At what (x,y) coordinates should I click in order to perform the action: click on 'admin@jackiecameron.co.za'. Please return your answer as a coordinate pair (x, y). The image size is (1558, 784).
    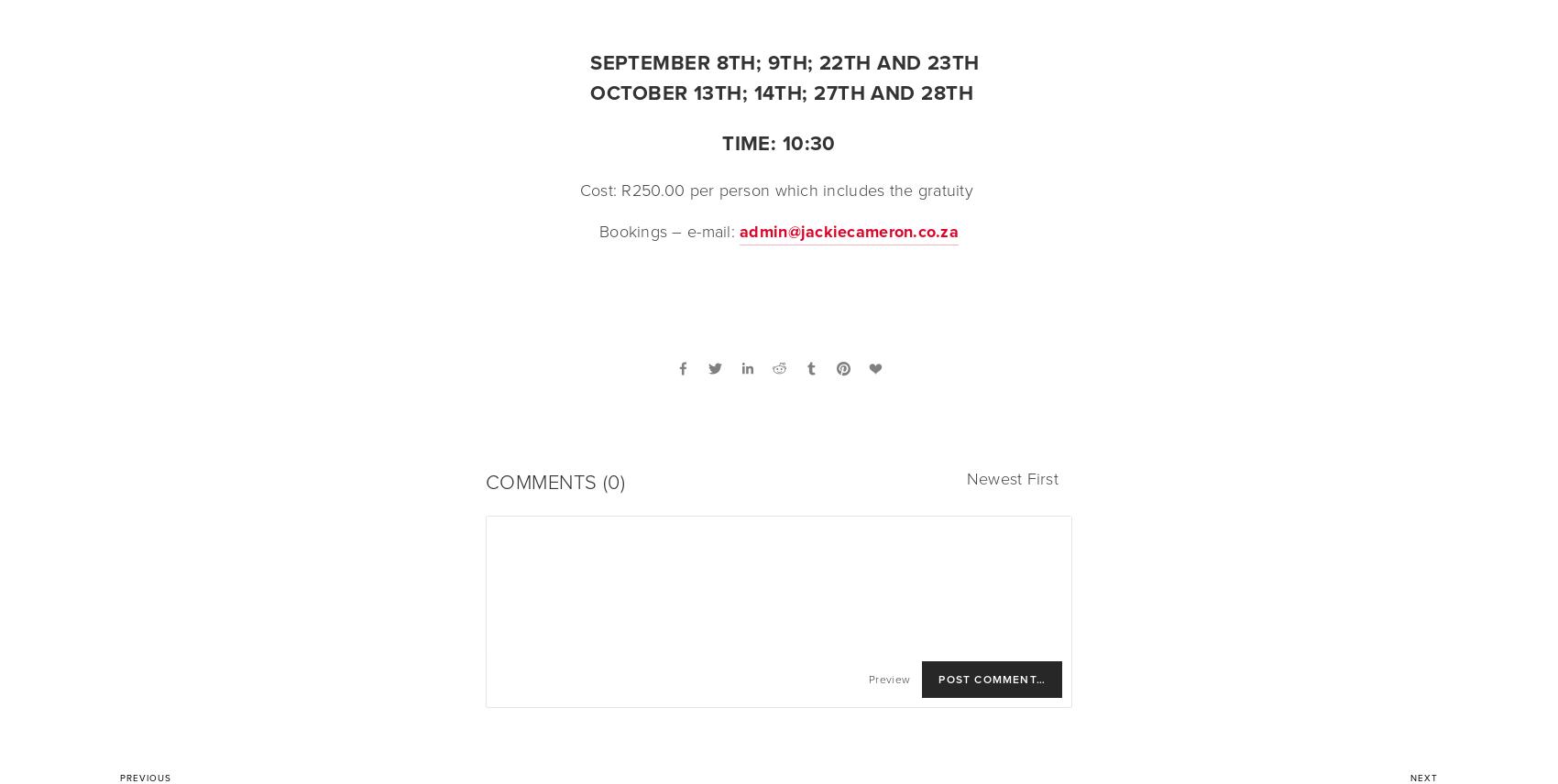
    Looking at the image, I should click on (738, 231).